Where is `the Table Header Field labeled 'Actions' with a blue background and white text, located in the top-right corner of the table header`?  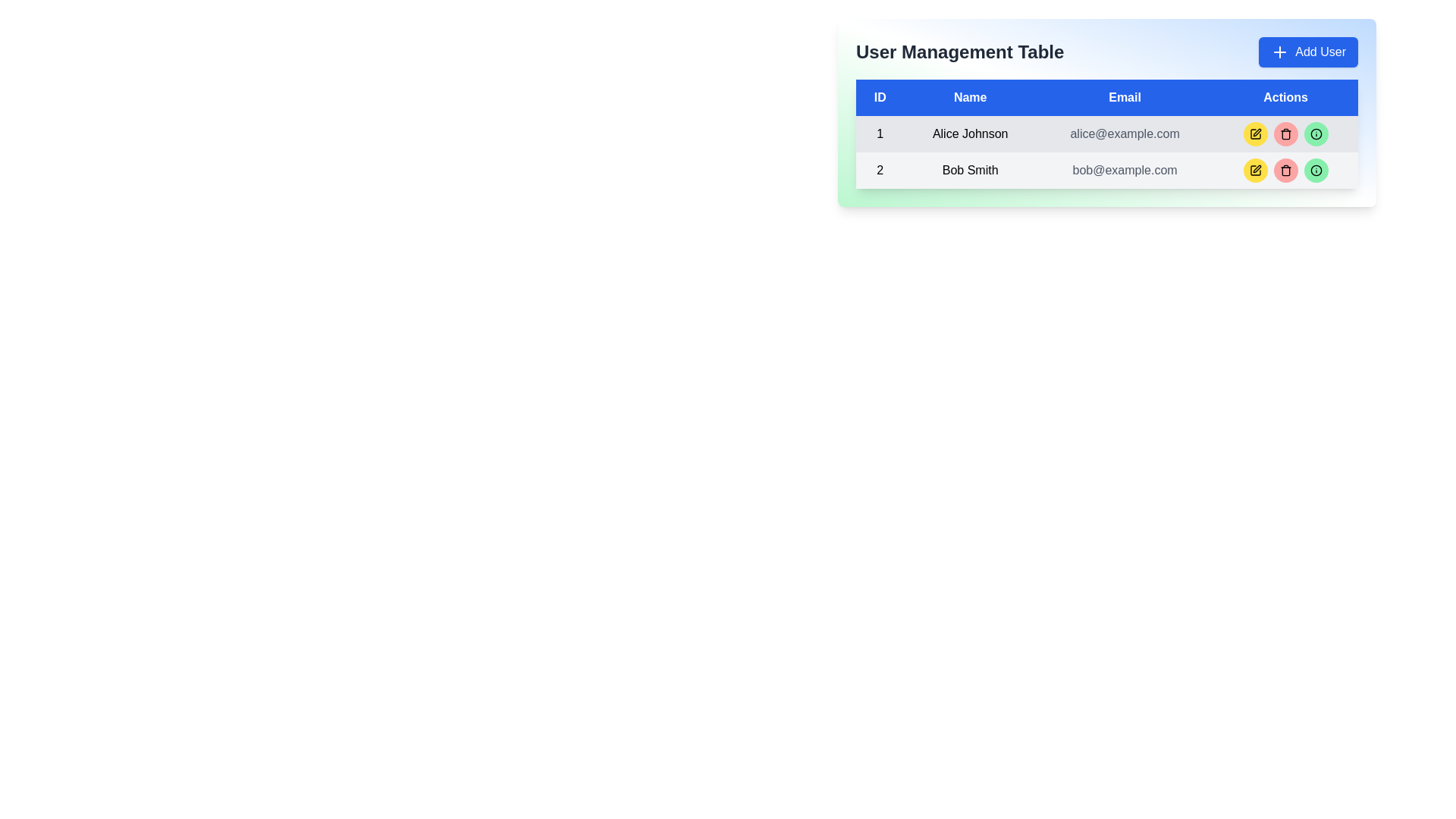
the Table Header Field labeled 'Actions' with a blue background and white text, located in the top-right corner of the table header is located at coordinates (1285, 97).